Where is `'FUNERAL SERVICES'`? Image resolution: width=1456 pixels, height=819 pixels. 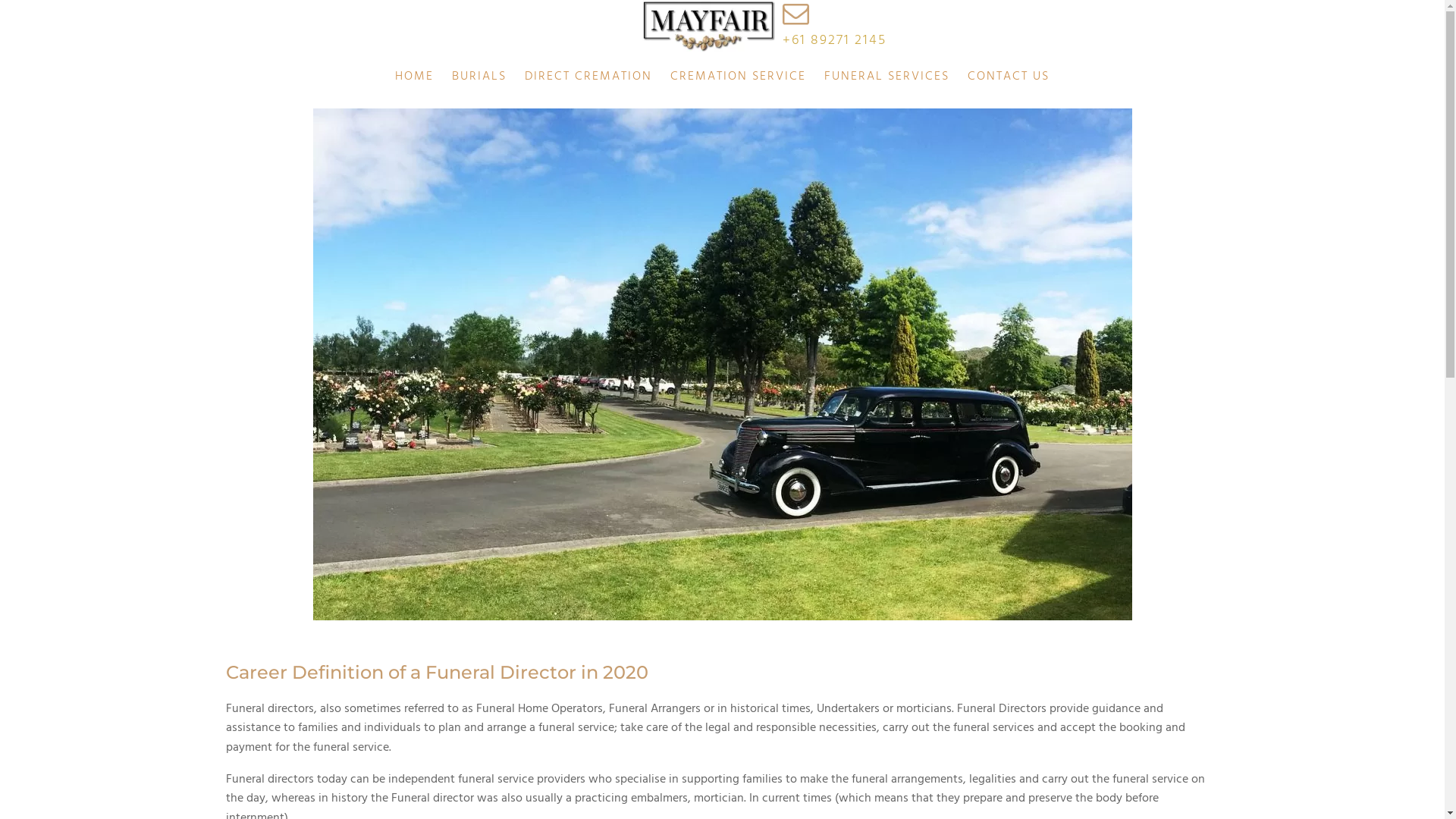 'FUNERAL SERVICES' is located at coordinates (814, 77).